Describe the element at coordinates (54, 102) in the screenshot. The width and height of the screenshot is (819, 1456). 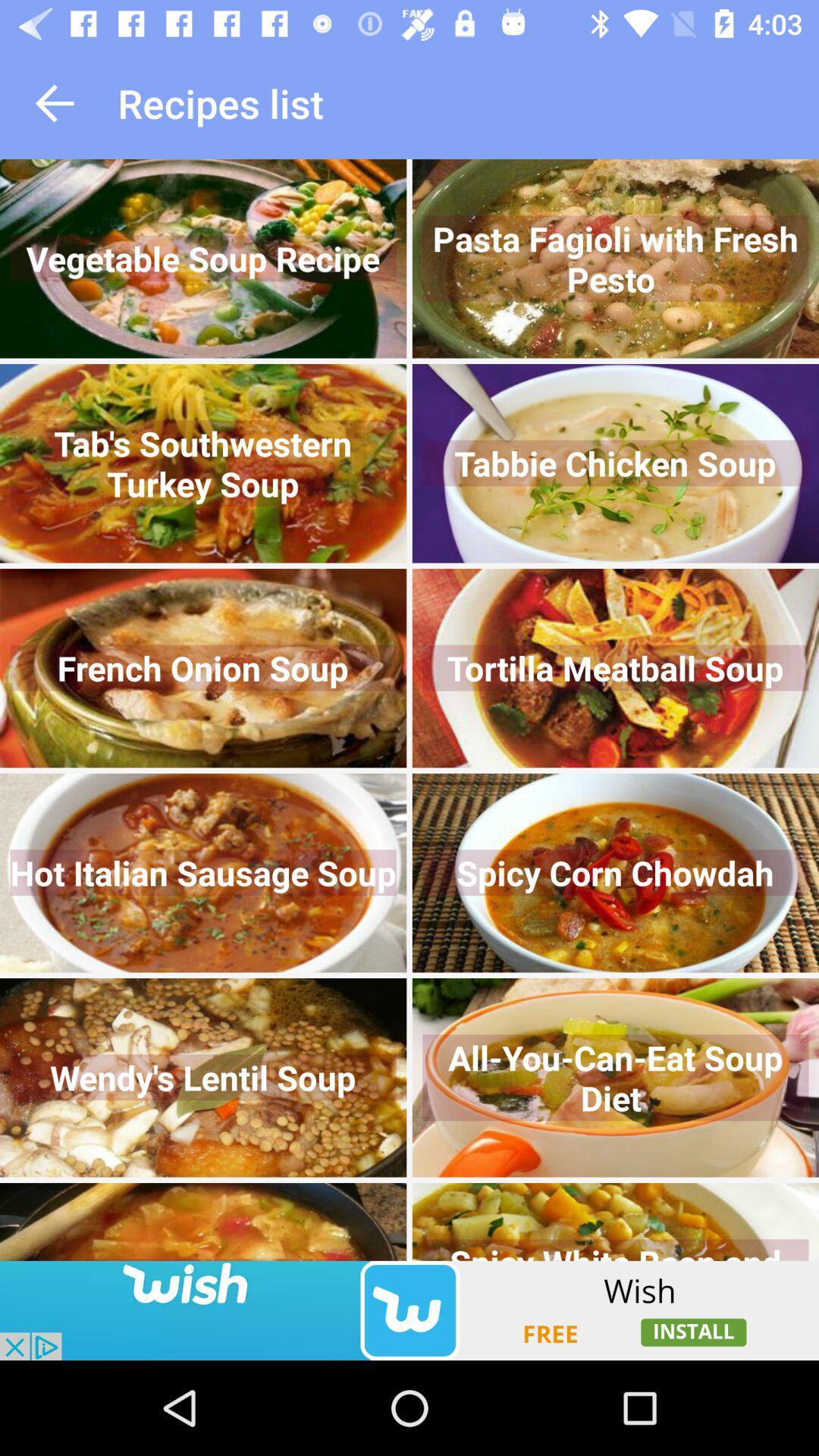
I see `previous` at that location.